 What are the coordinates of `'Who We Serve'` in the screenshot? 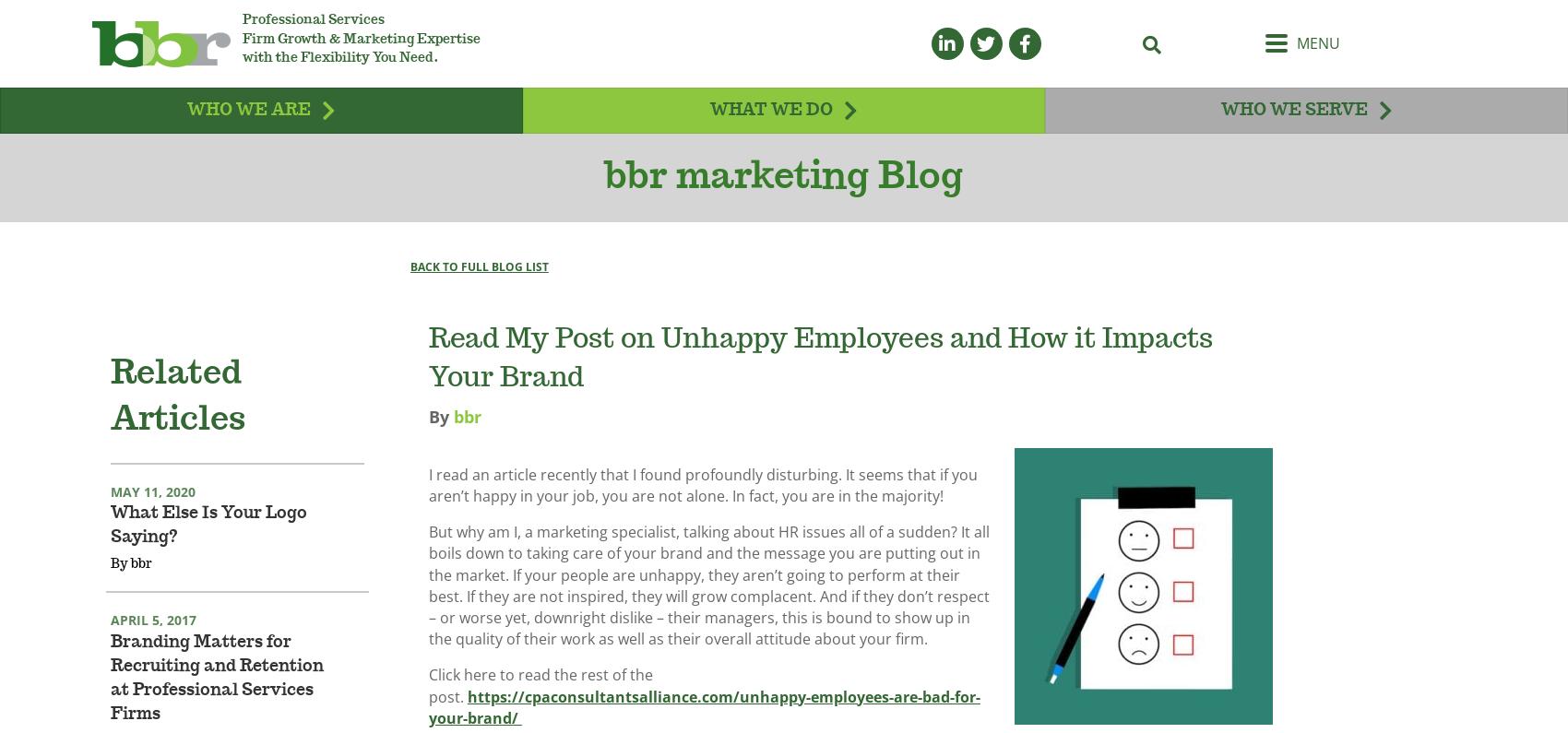 It's located at (1292, 133).